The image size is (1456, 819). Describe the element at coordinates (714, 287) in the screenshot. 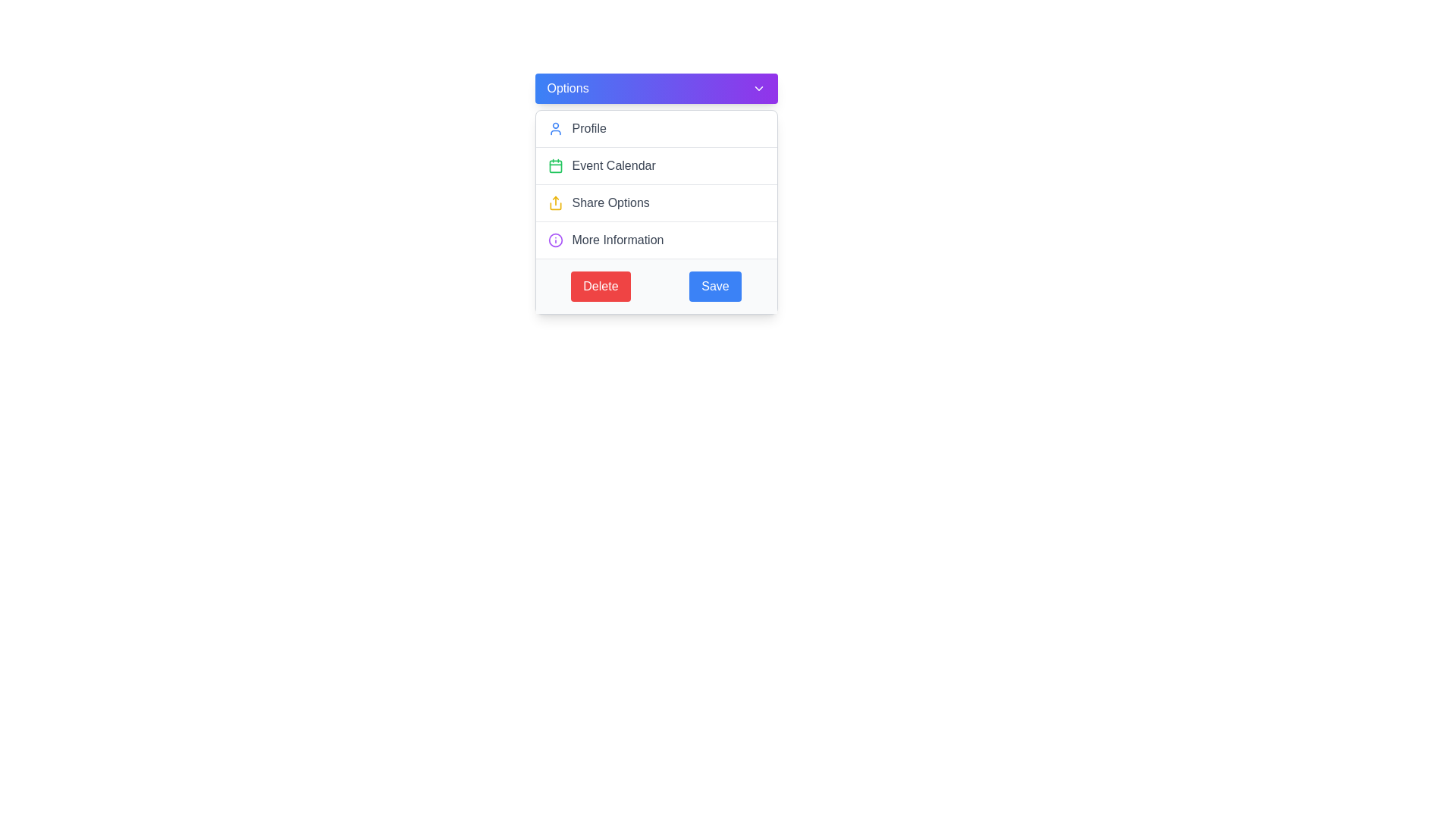

I see `the 'Save' button, which is a rectangular button with rounded corners, styled in vibrant blue with white text, located at the bottom right corner of a panel` at that location.